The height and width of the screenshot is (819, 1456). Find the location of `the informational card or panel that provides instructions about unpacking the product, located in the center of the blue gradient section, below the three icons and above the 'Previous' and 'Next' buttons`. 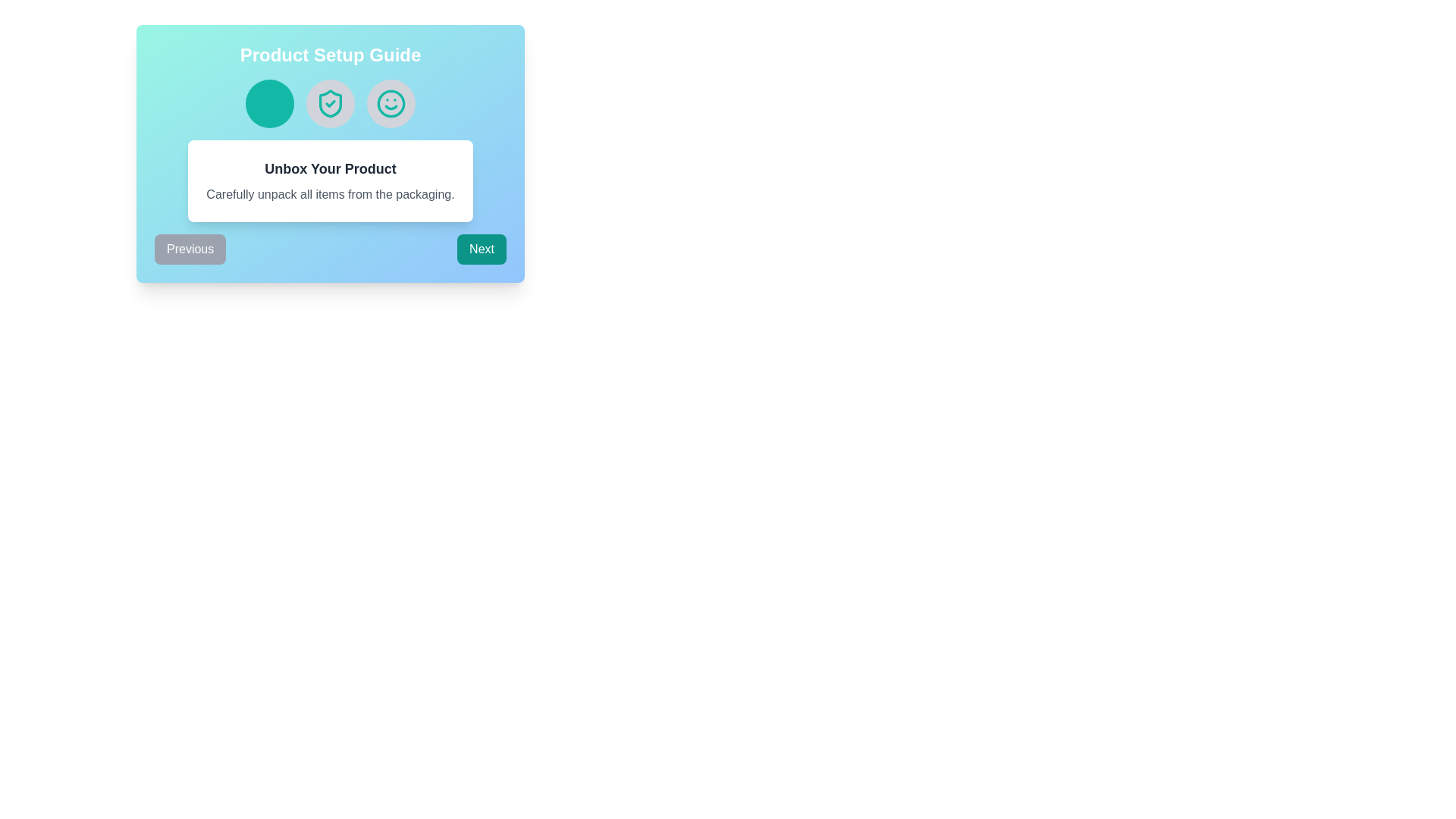

the informational card or panel that provides instructions about unpacking the product, located in the center of the blue gradient section, below the three icons and above the 'Previous' and 'Next' buttons is located at coordinates (330, 180).